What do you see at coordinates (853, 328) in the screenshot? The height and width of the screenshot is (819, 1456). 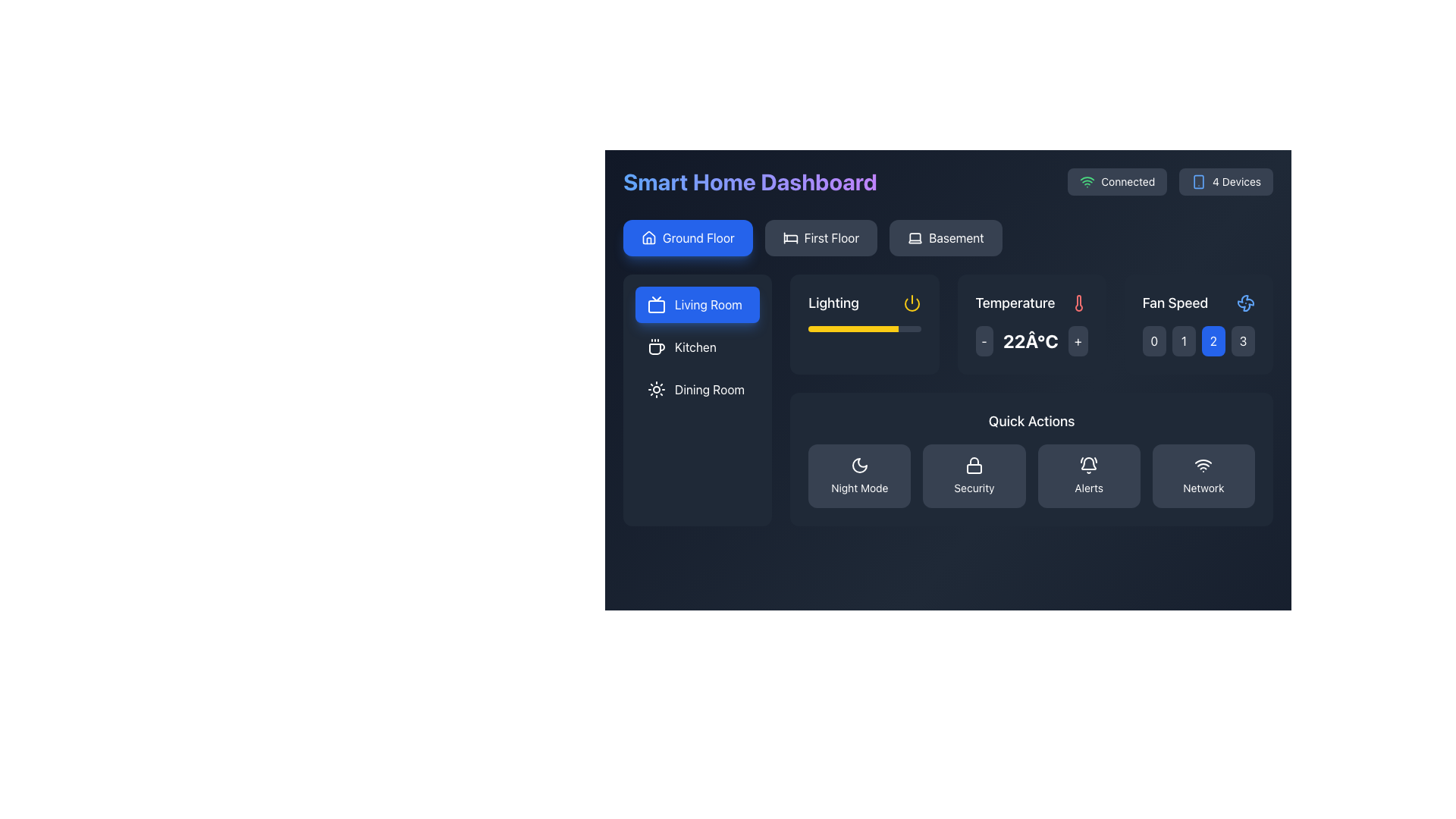 I see `the Progress bar segment that visually indicates the current lighting intensity, located within the 'Lighting' area of the interface` at bounding box center [853, 328].